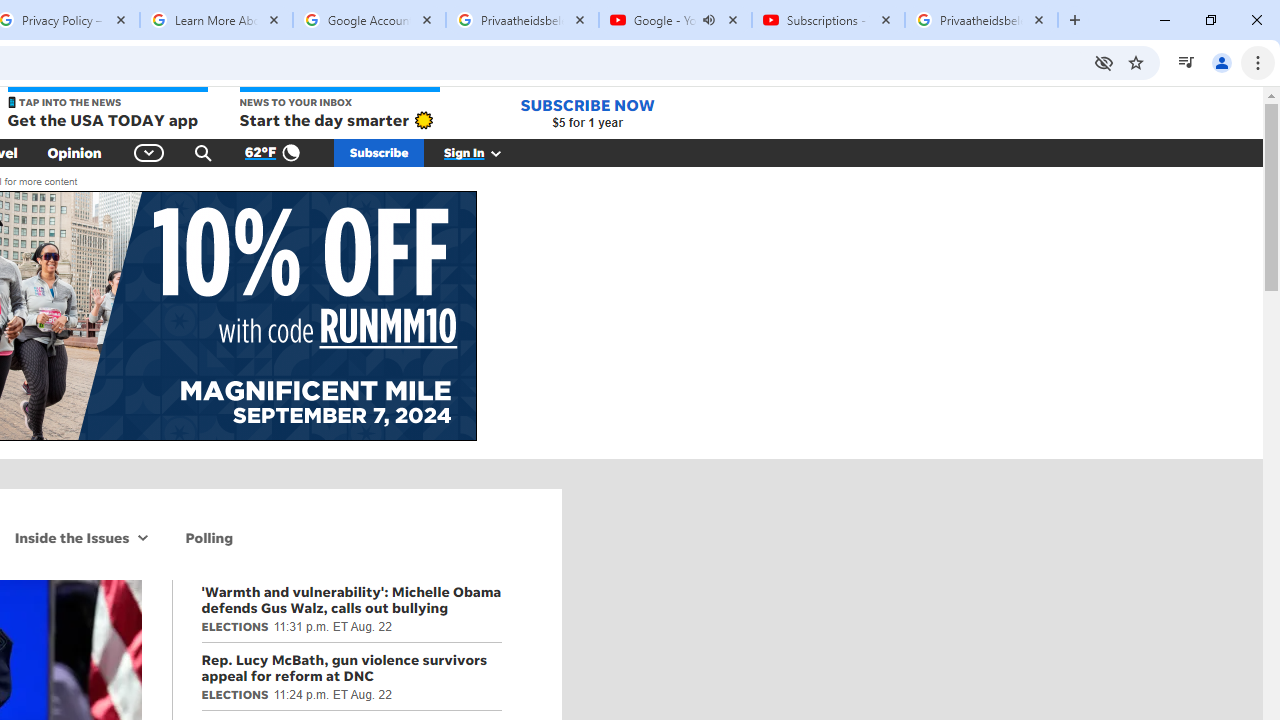 The image size is (1280, 720). I want to click on 'Google - YouTube - Audio playing', so click(675, 20).